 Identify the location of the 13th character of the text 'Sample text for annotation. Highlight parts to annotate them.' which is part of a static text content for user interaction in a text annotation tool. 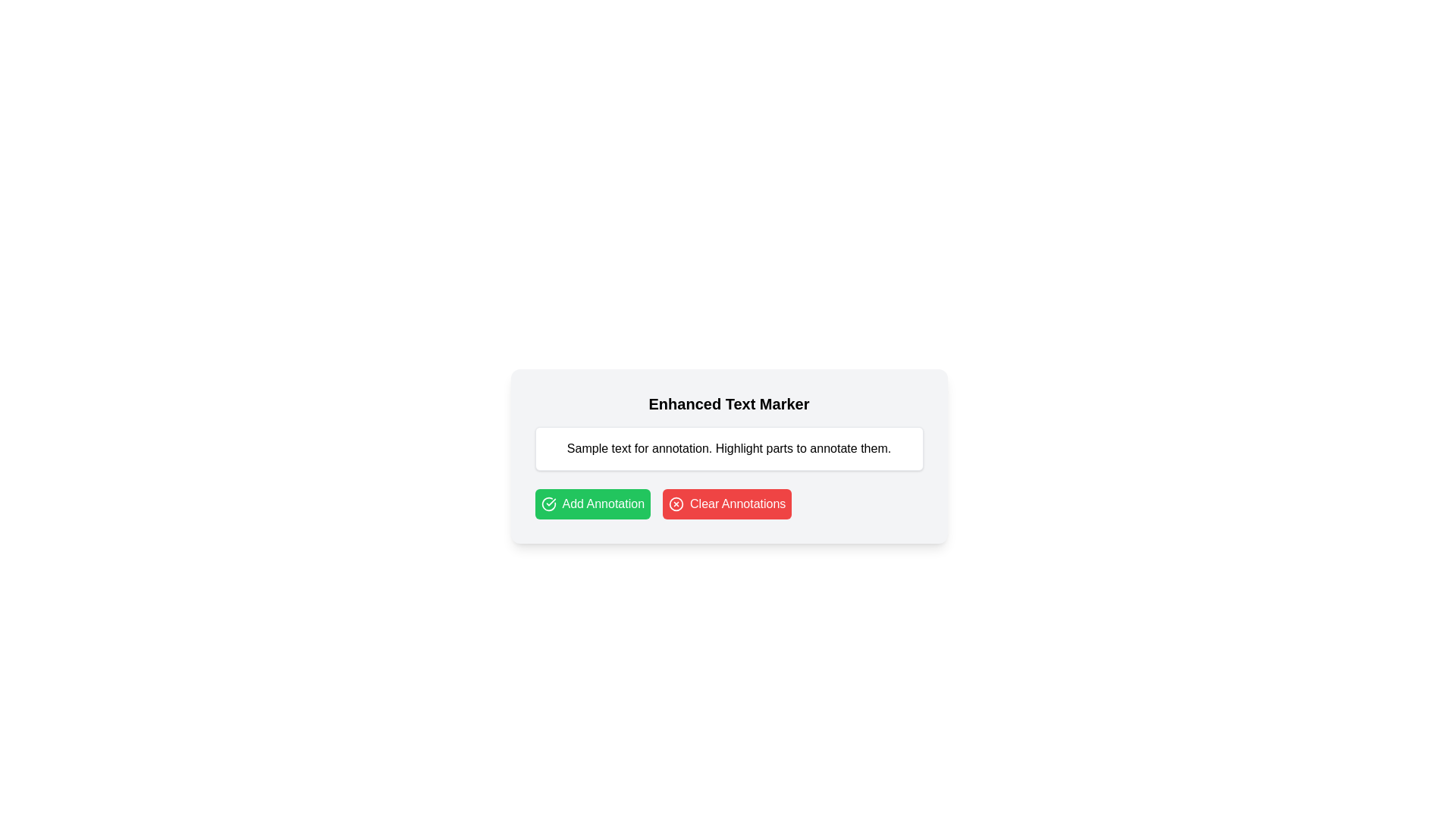
(636, 447).